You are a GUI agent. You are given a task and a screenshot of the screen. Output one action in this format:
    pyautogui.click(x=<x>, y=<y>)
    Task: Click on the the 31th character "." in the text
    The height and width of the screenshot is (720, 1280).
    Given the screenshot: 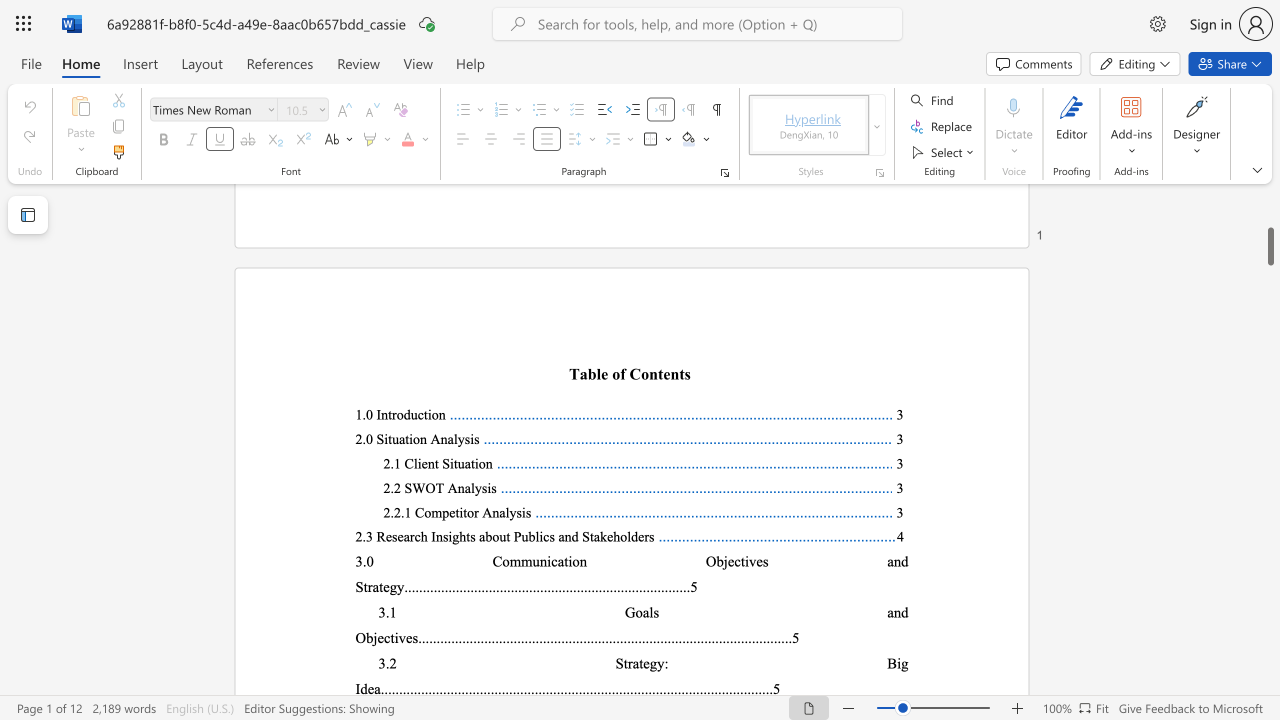 What is the action you would take?
    pyautogui.click(x=516, y=586)
    